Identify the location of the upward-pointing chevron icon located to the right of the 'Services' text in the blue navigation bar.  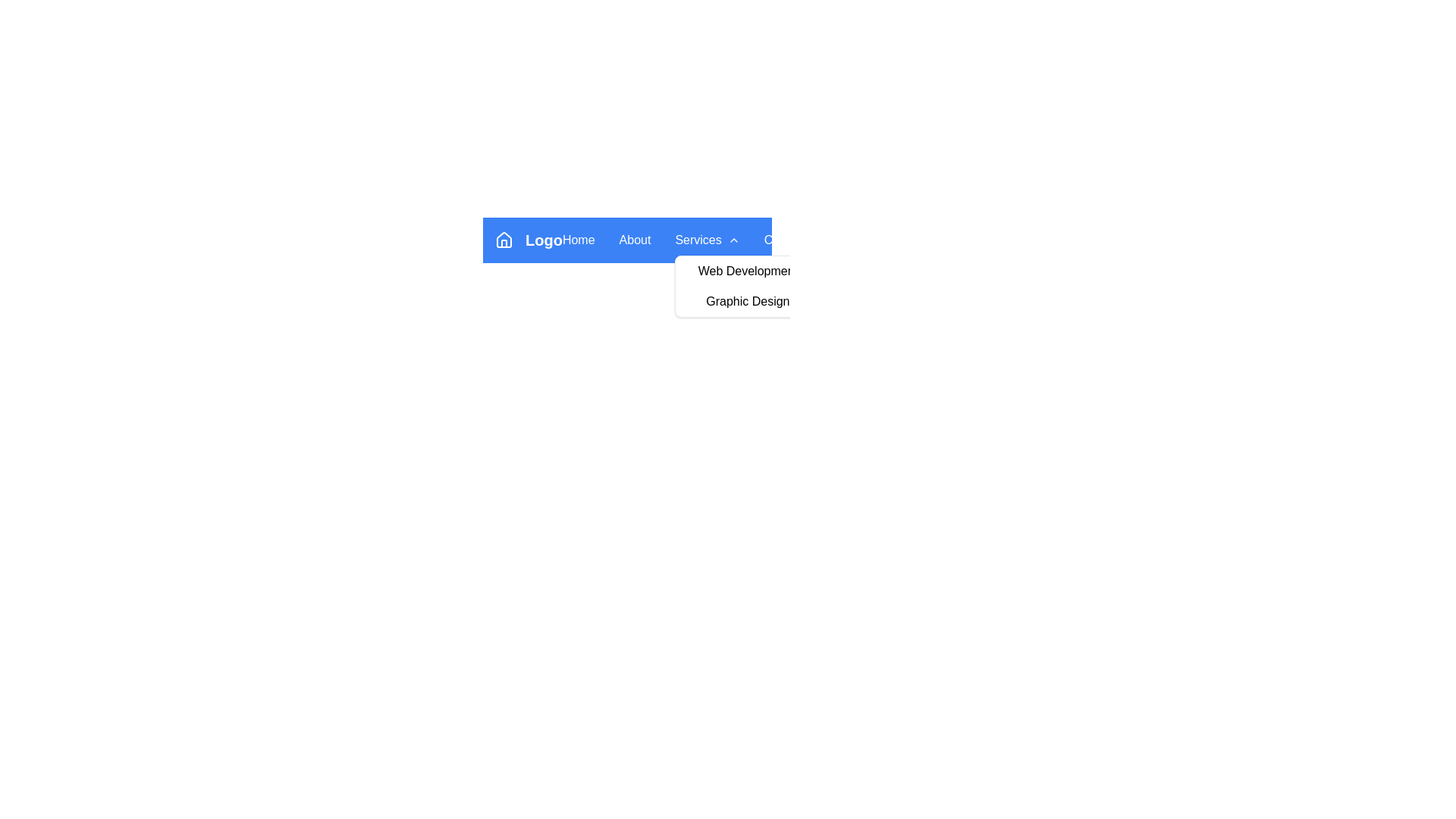
(733, 239).